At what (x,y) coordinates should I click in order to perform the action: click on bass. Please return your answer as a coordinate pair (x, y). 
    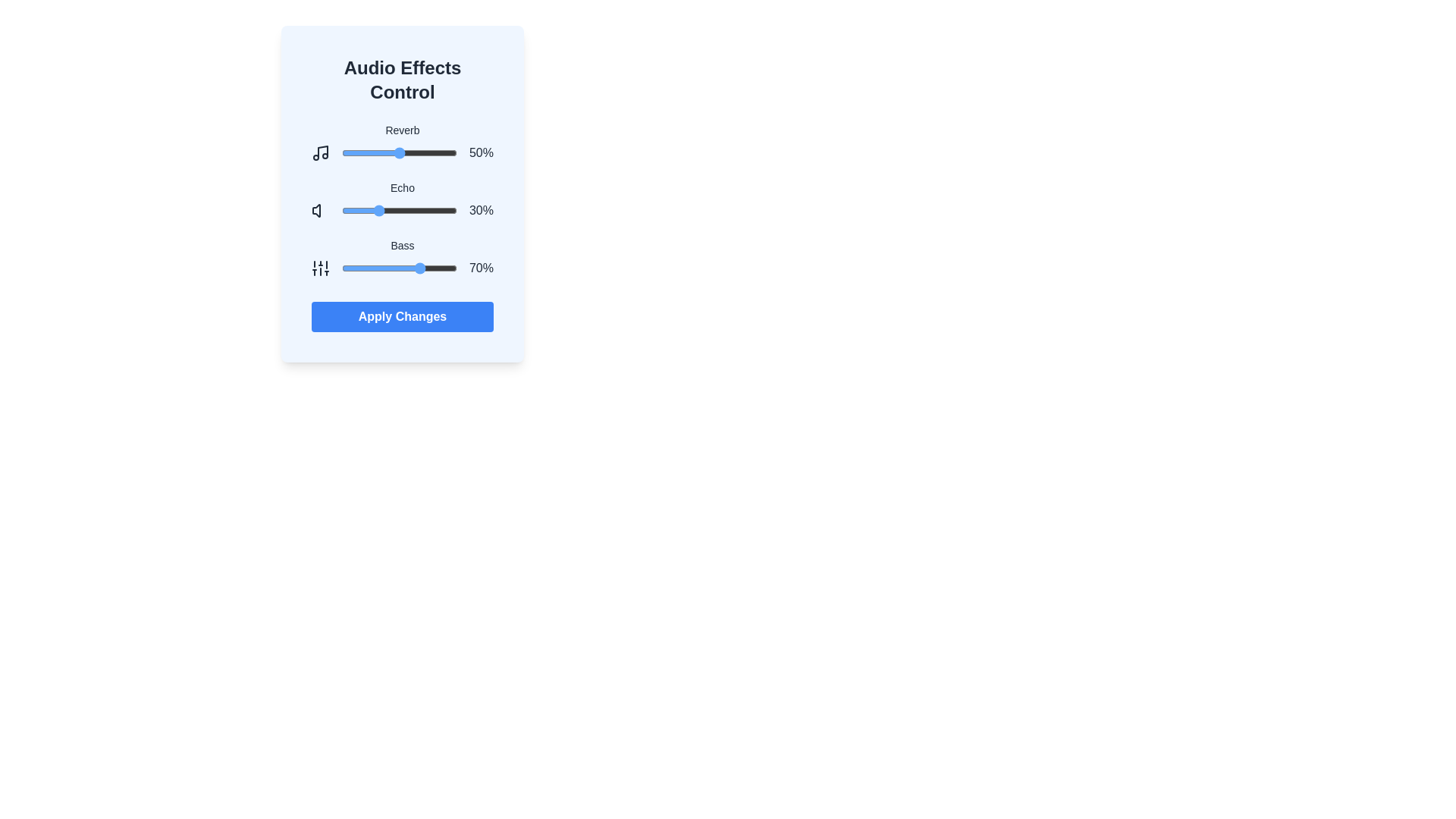
    Looking at the image, I should click on (342, 268).